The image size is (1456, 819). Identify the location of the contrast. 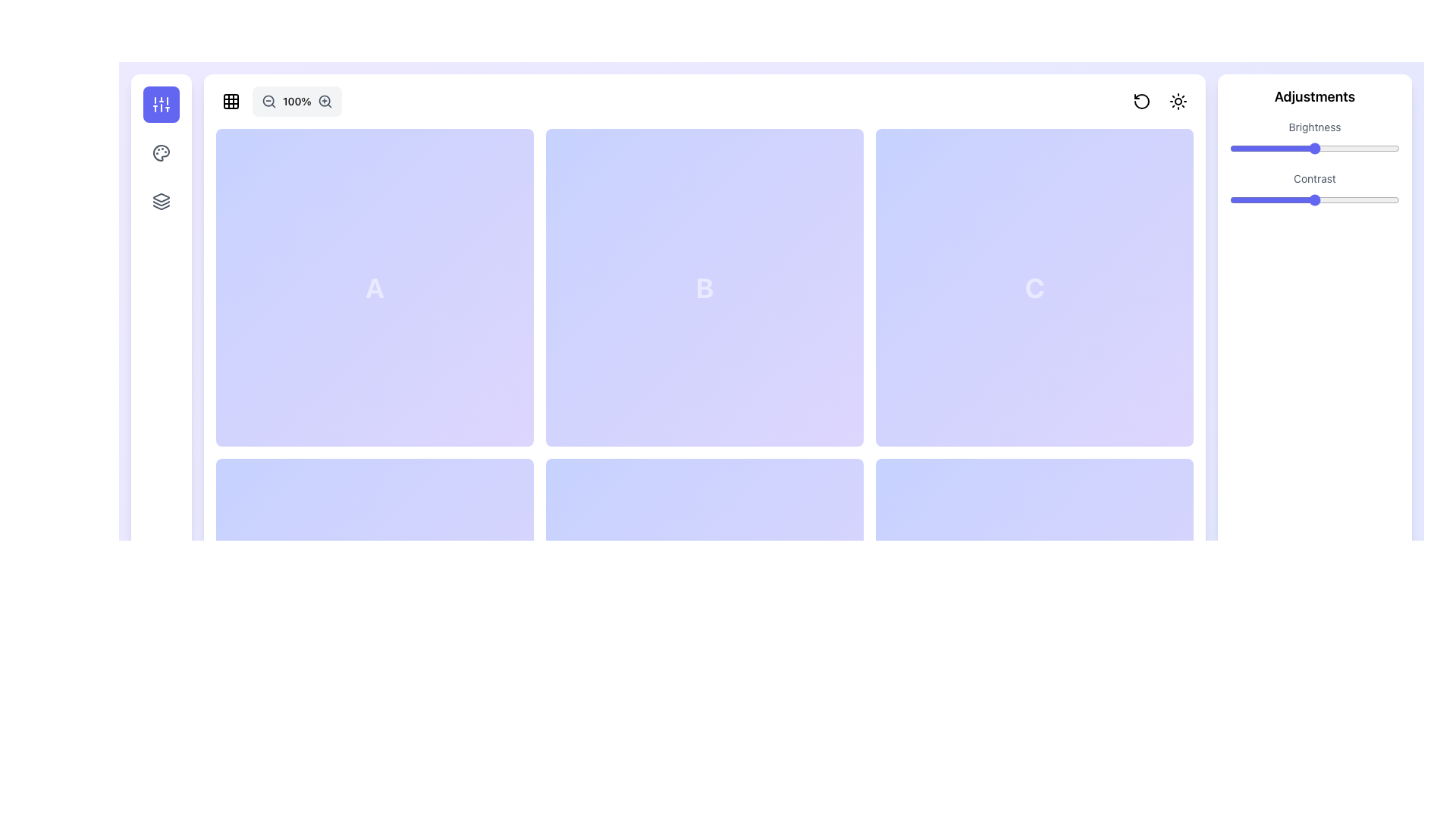
(1350, 199).